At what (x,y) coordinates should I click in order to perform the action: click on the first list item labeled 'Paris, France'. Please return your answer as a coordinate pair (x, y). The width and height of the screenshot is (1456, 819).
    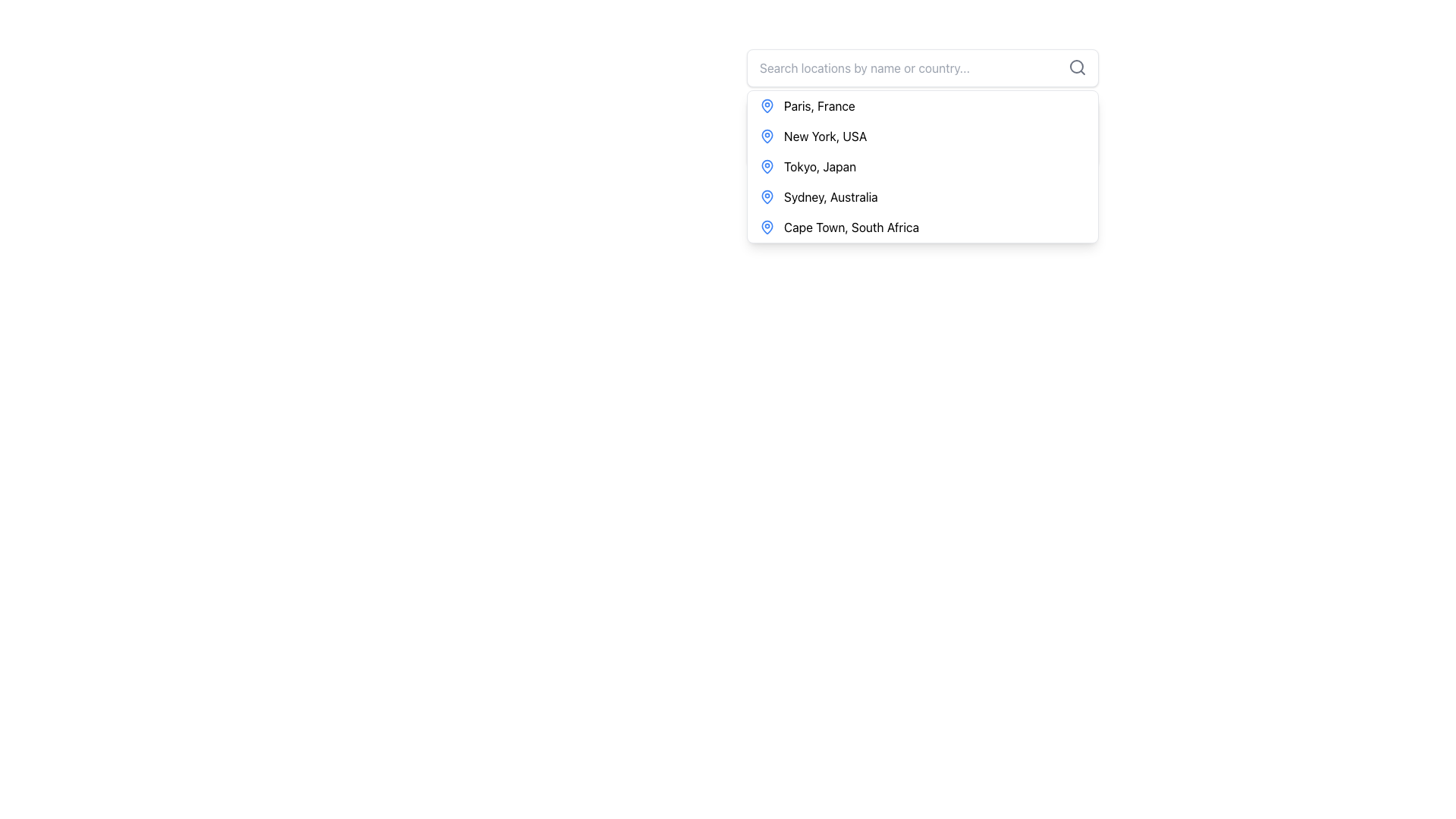
    Looking at the image, I should click on (922, 105).